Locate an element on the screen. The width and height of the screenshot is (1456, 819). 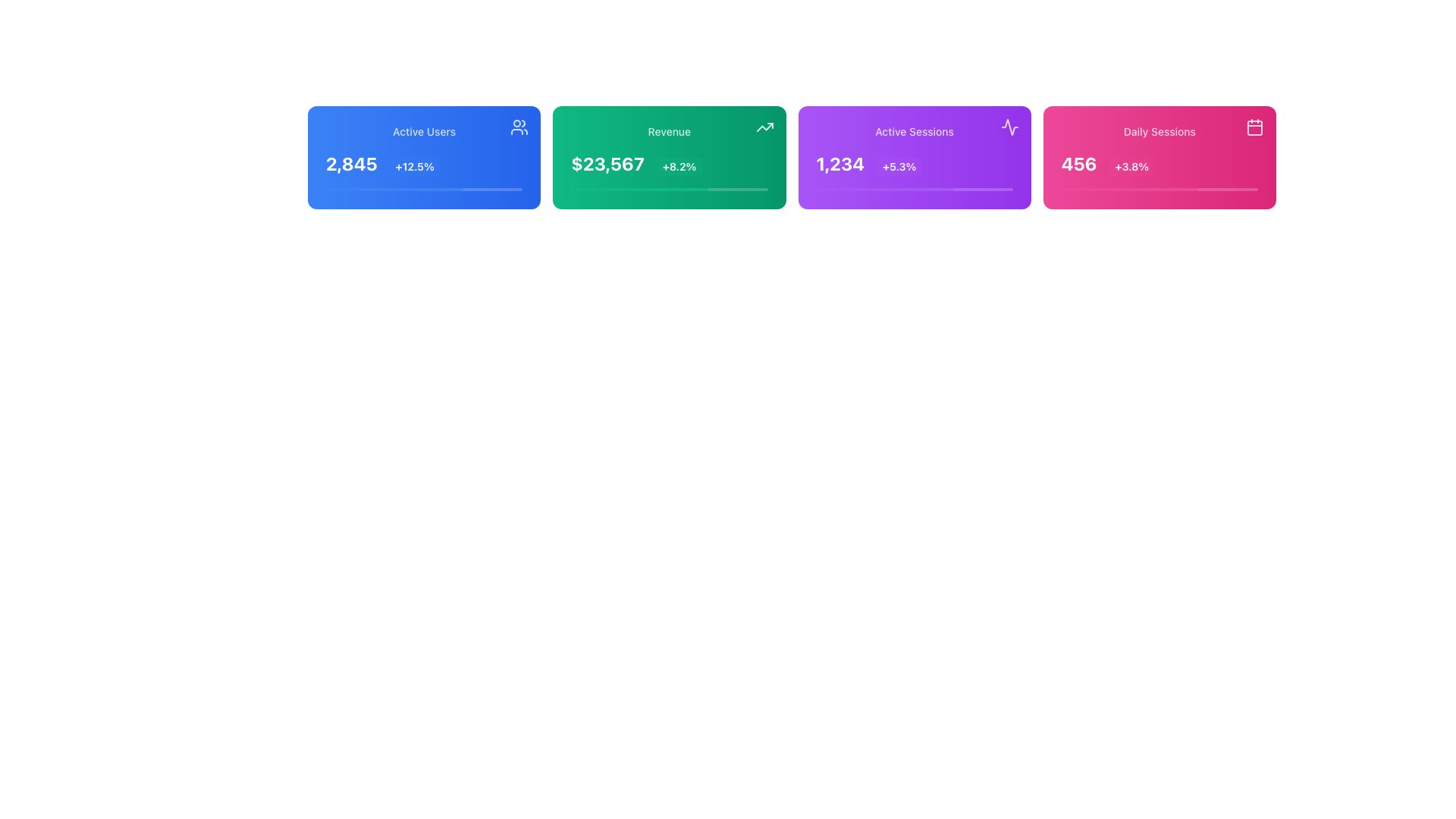
the Textual display with the bold number '1,234' and the percentage value '+5.3%' located within the 'Active Sessions' purple card is located at coordinates (914, 164).